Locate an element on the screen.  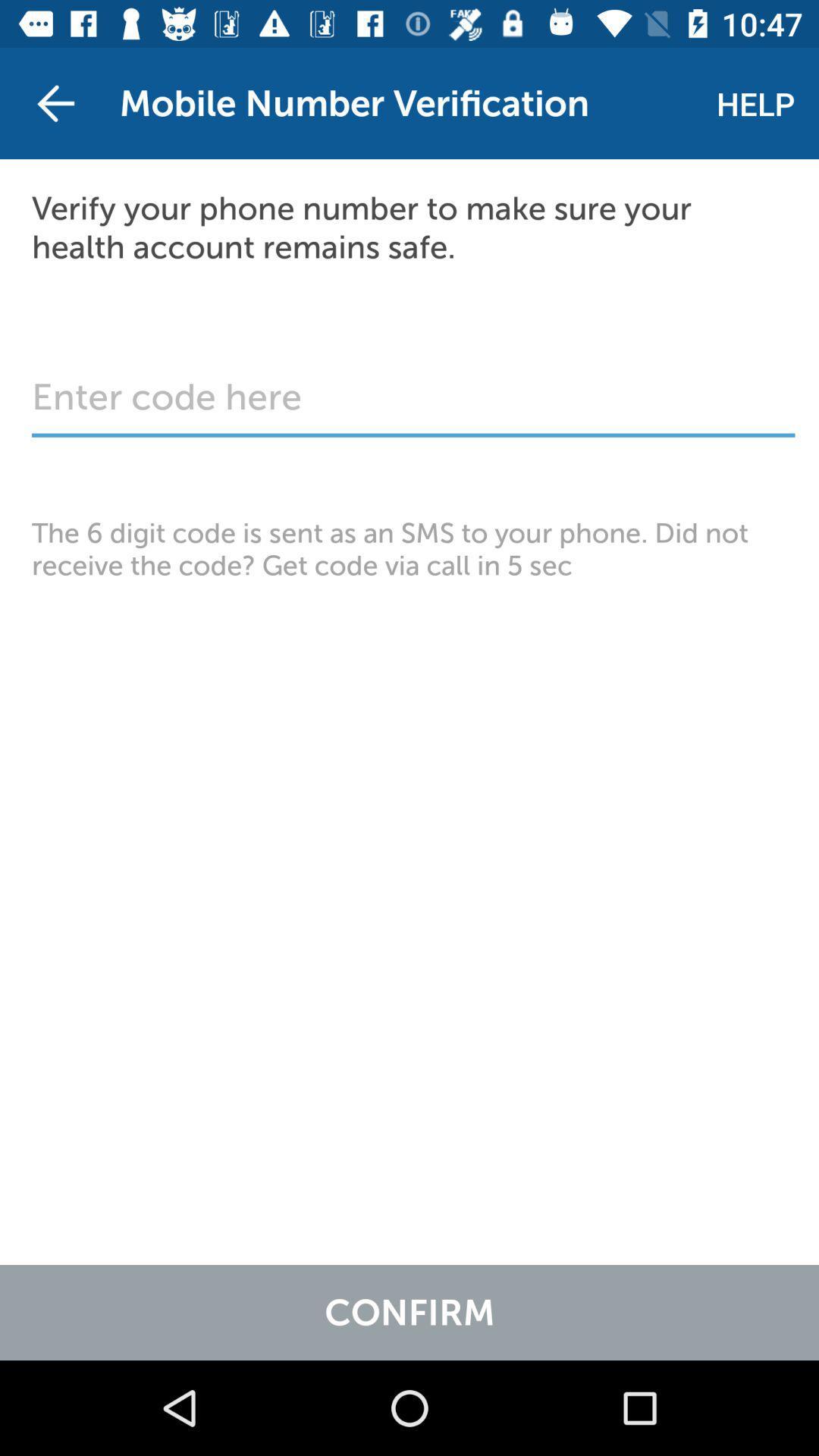
the icon above the verify your phone is located at coordinates (55, 102).